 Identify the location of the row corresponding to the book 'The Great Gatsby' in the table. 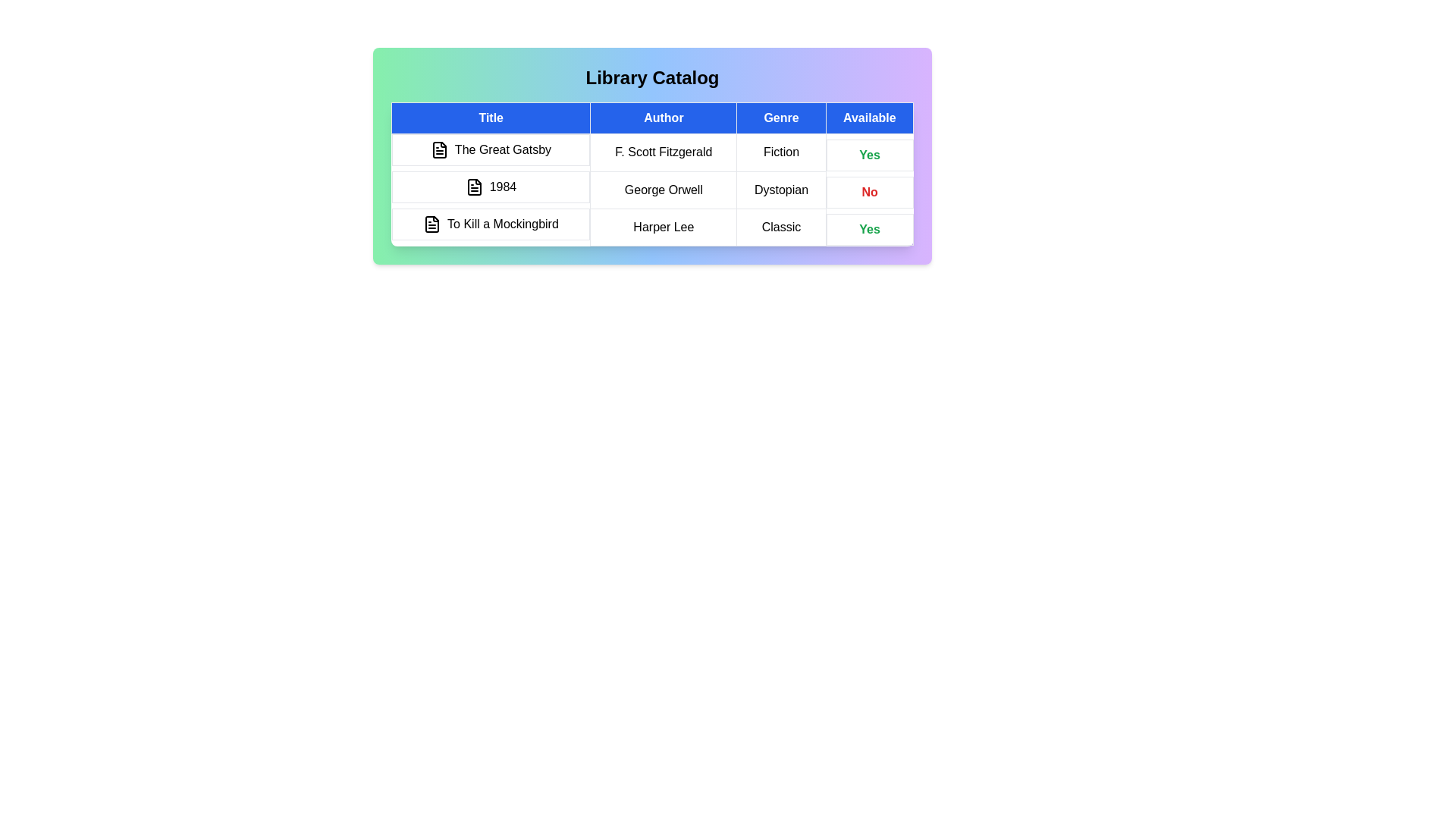
(652, 152).